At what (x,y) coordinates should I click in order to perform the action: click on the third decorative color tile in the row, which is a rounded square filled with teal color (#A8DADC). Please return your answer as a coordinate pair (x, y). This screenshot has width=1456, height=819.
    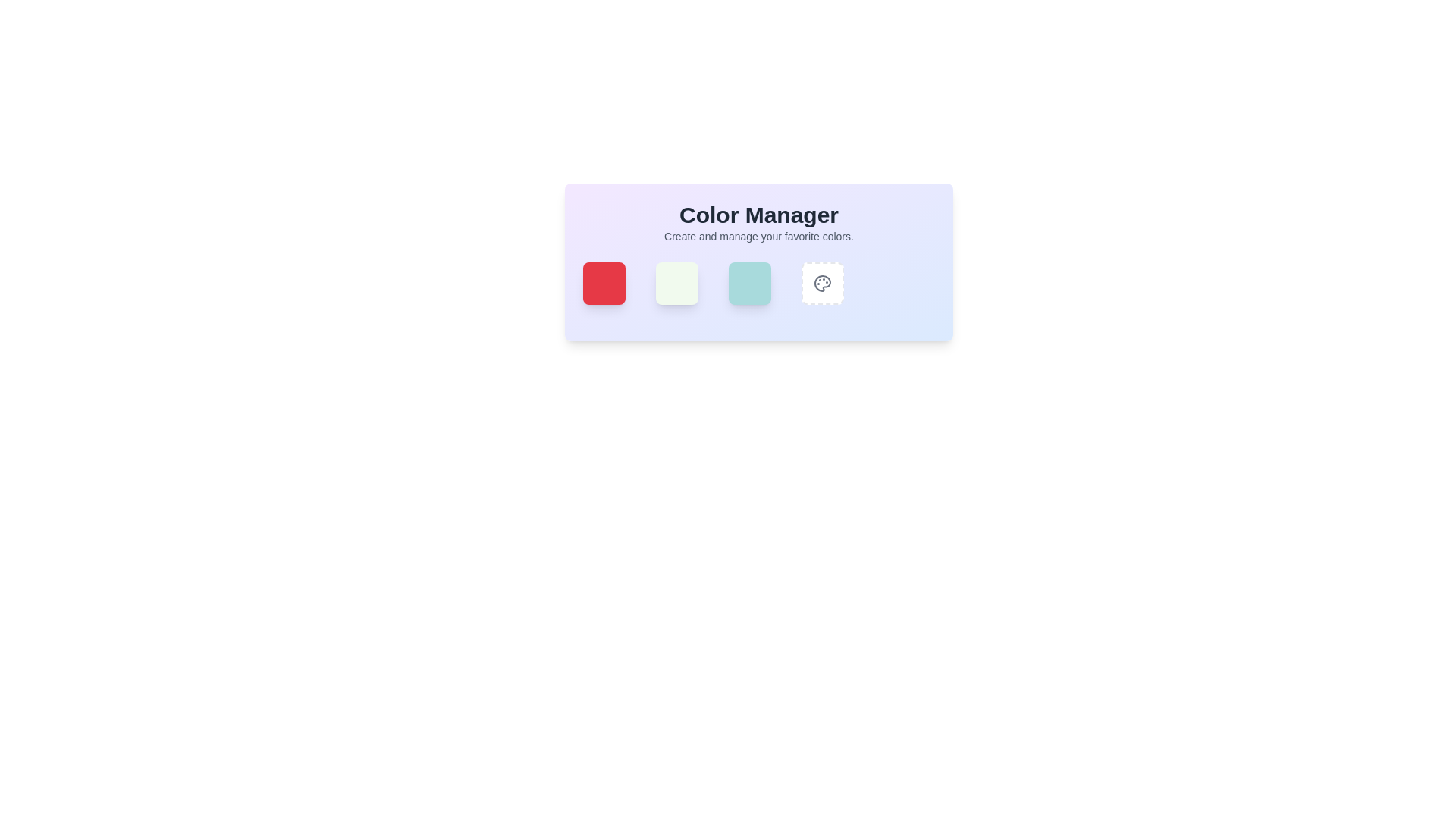
    Looking at the image, I should click on (759, 262).